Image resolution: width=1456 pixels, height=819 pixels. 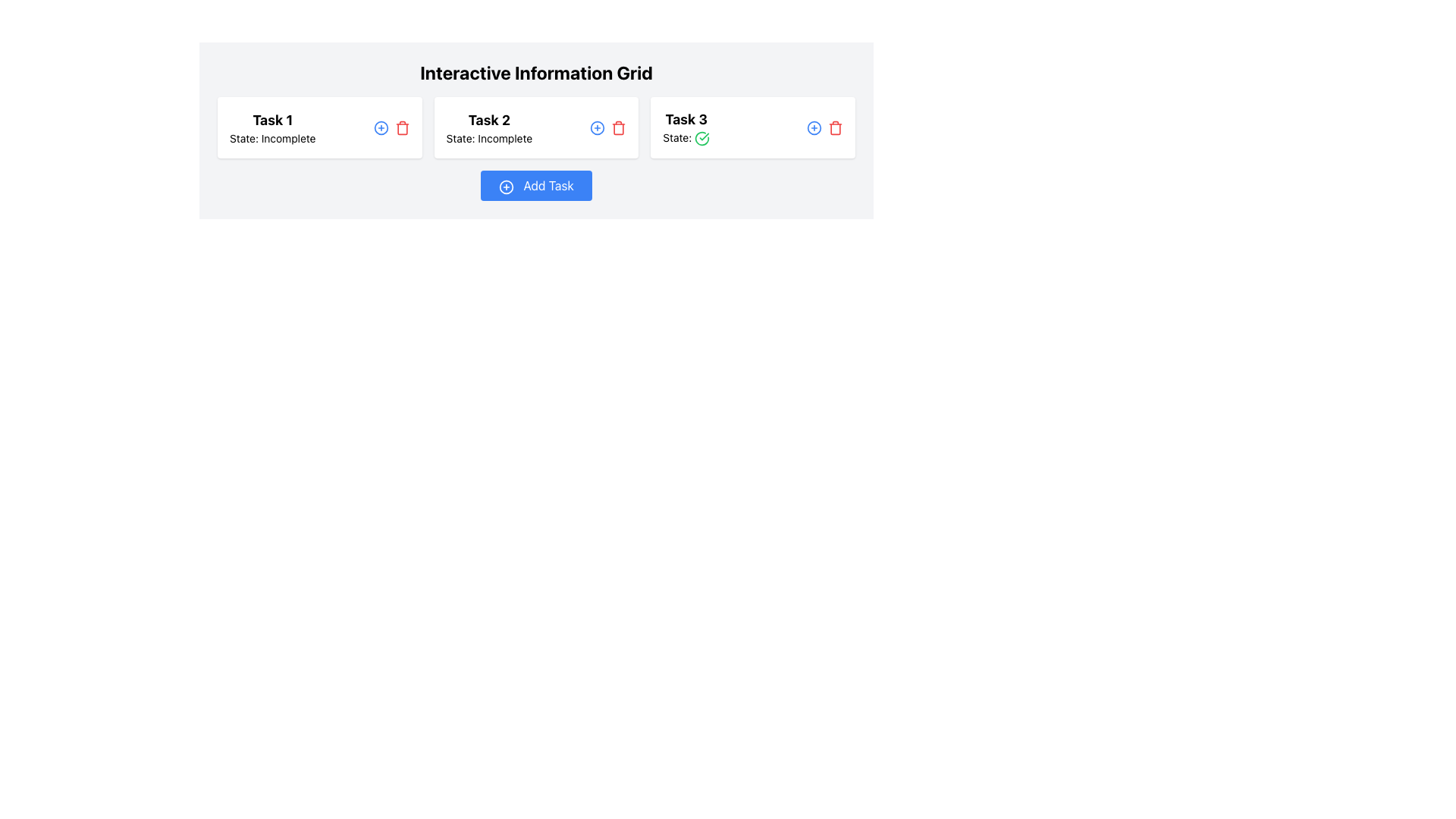 What do you see at coordinates (814, 127) in the screenshot?
I see `the central circular graphical element of the 'plus' icon located beside 'Task 3' in the 'Interactive Information Grid'` at bounding box center [814, 127].